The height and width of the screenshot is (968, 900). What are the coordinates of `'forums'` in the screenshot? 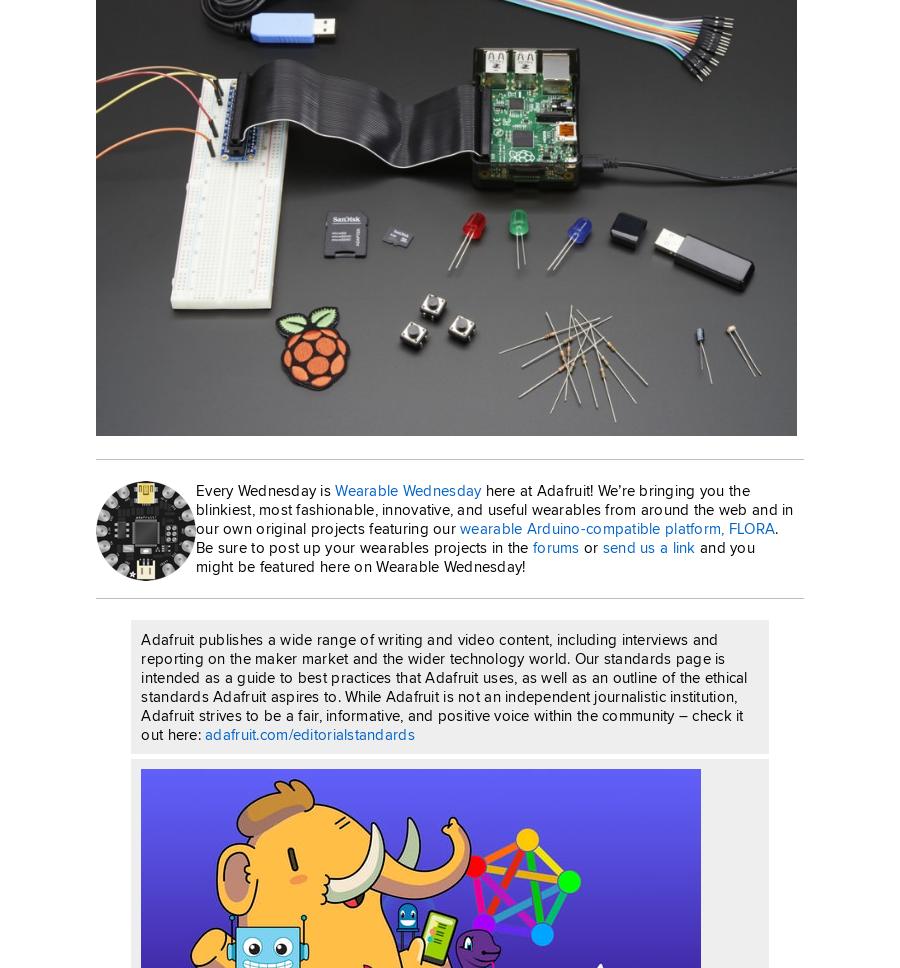 It's located at (555, 545).